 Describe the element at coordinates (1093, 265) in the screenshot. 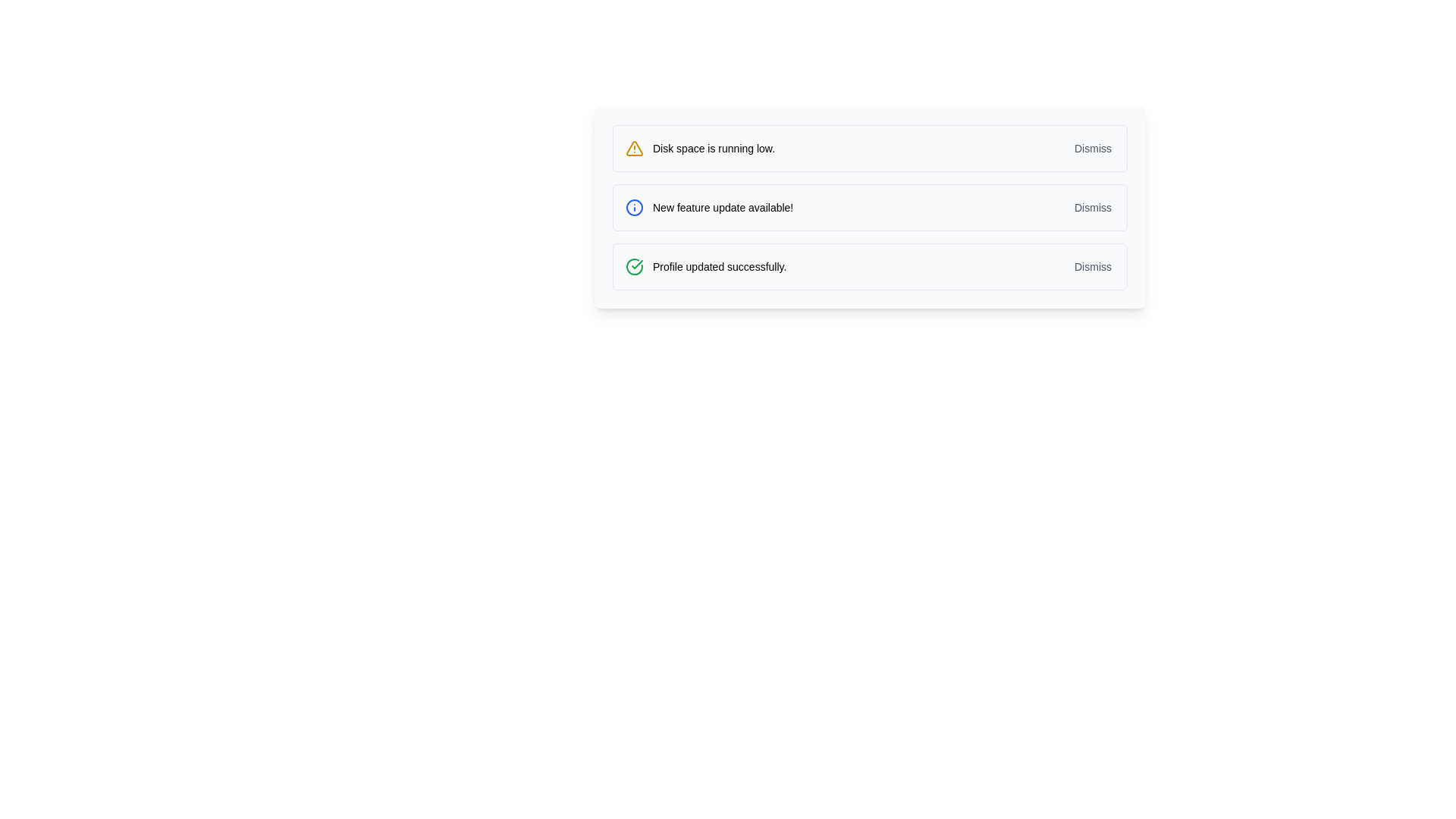

I see `the 'Dismiss' button, which is a small gray text button located at the far right side of the notification bar with a green background` at that location.